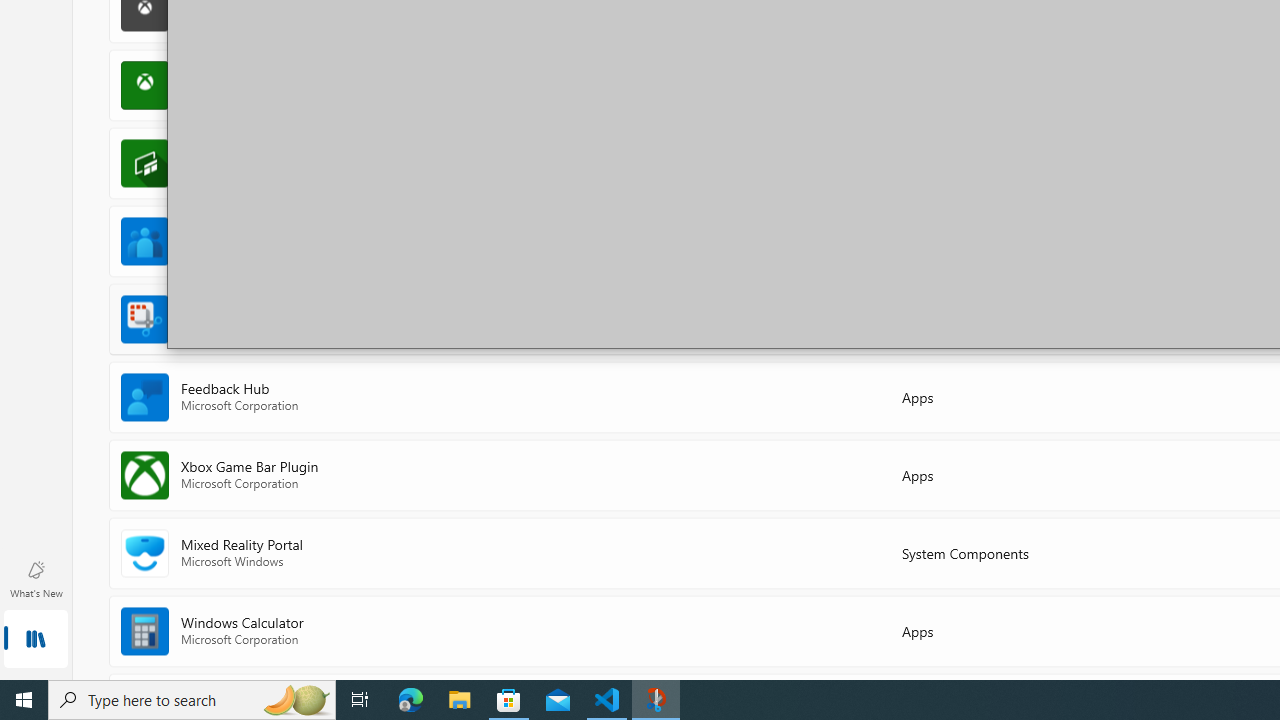 Image resolution: width=1280 pixels, height=720 pixels. What do you see at coordinates (359, 698) in the screenshot?
I see `'Task View'` at bounding box center [359, 698].